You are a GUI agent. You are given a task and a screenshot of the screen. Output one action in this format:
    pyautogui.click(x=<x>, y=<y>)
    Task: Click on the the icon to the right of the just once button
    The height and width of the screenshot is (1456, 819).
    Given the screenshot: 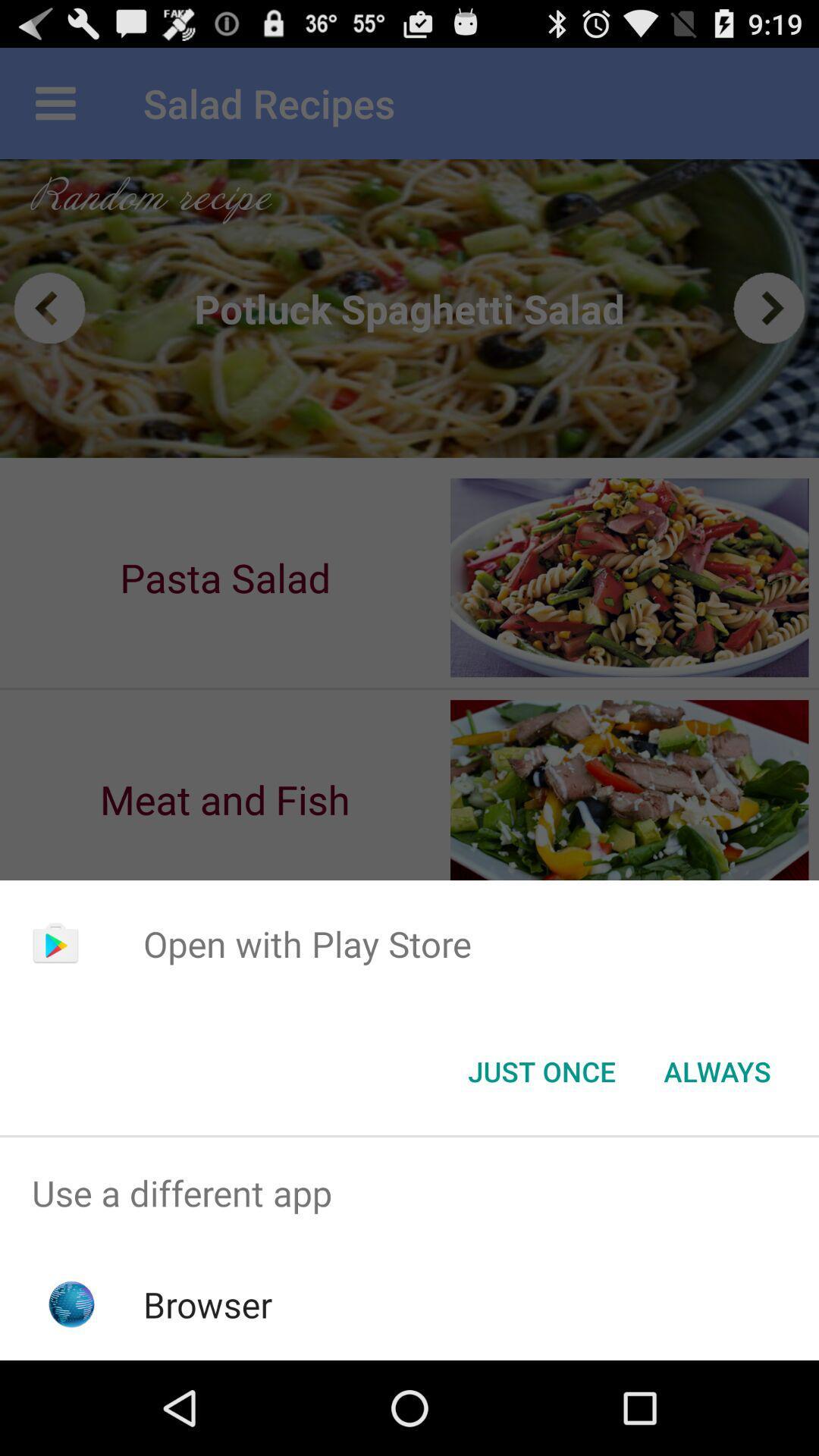 What is the action you would take?
    pyautogui.click(x=717, y=1070)
    